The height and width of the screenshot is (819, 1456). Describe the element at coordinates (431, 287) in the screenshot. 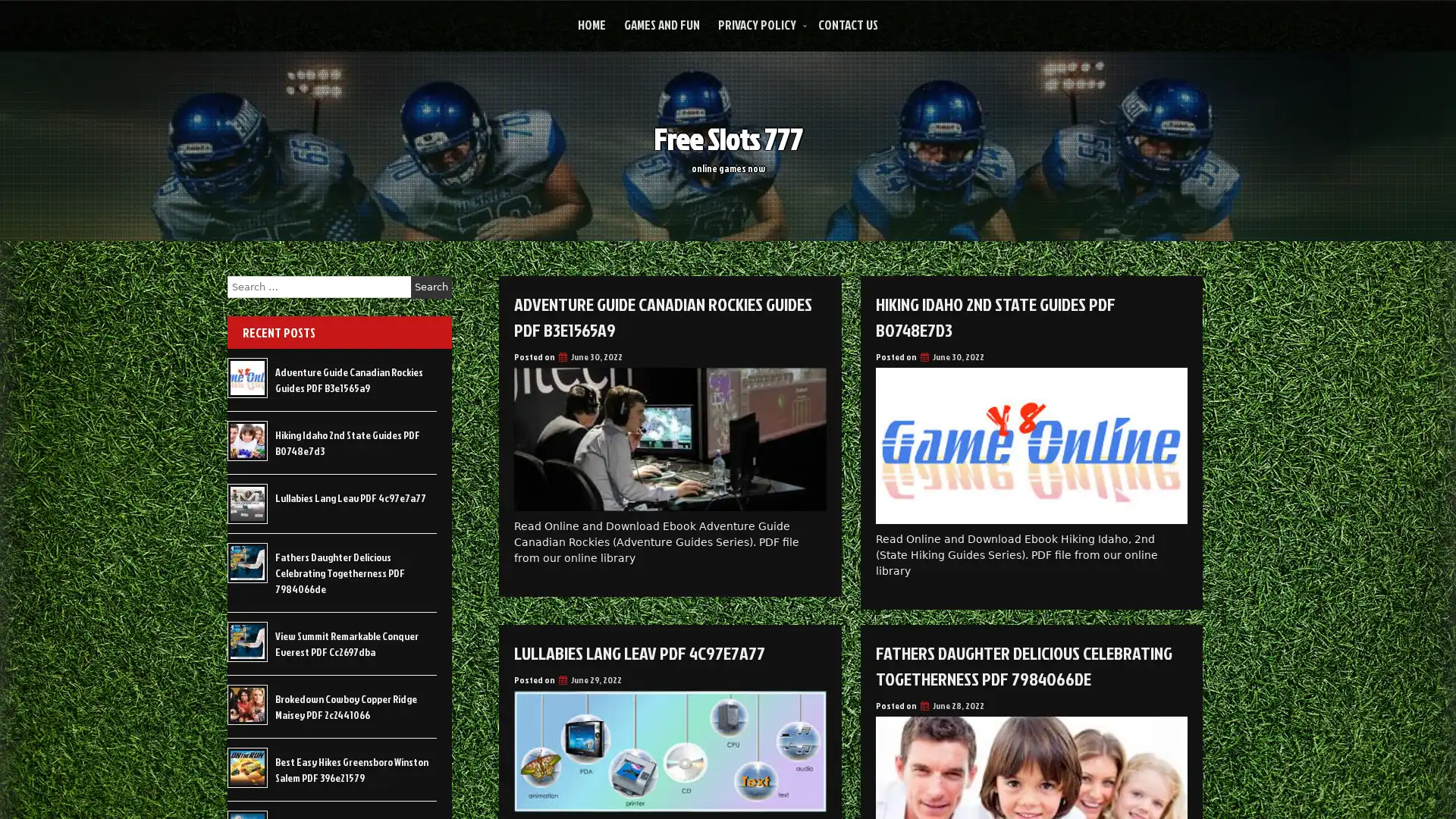

I see `Search` at that location.